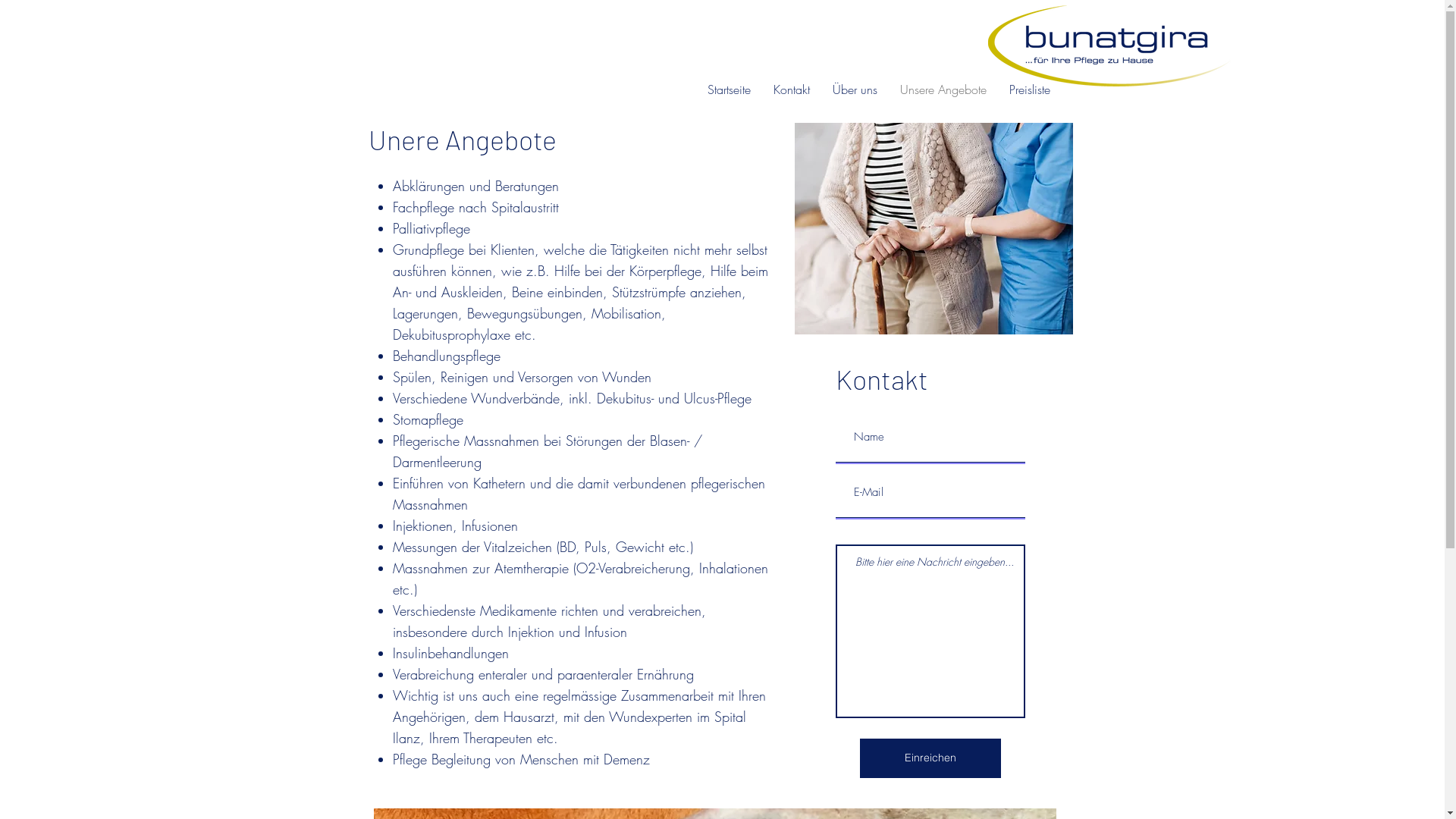 This screenshot has height=819, width=1456. Describe the element at coordinates (1030, 89) in the screenshot. I see `'Preisliste'` at that location.